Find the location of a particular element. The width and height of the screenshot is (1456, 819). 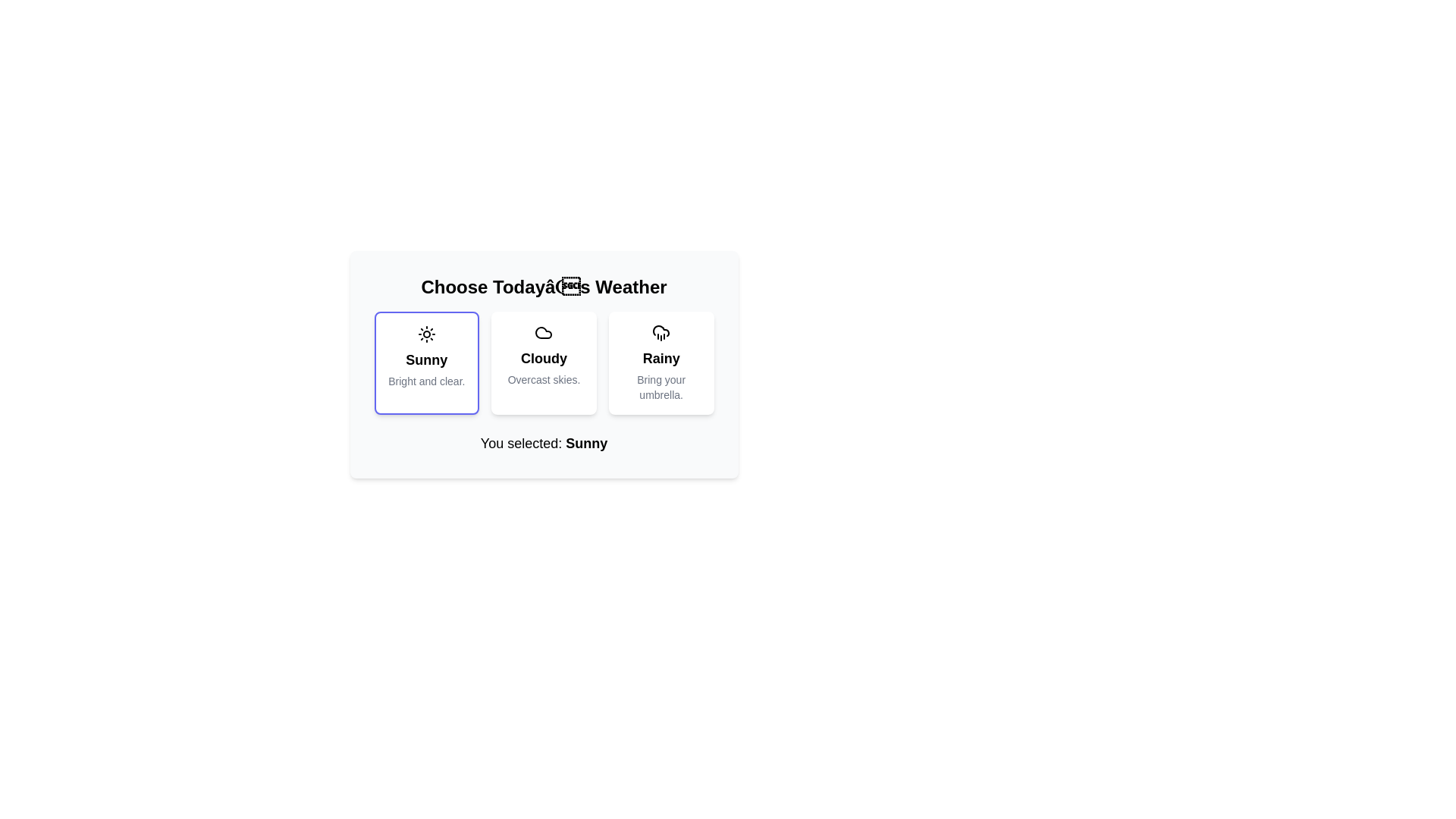

the informational display label that shows the user-selected choice 'Sunny', located to the right of the text group 'You selected: Sunny' is located at coordinates (585, 444).